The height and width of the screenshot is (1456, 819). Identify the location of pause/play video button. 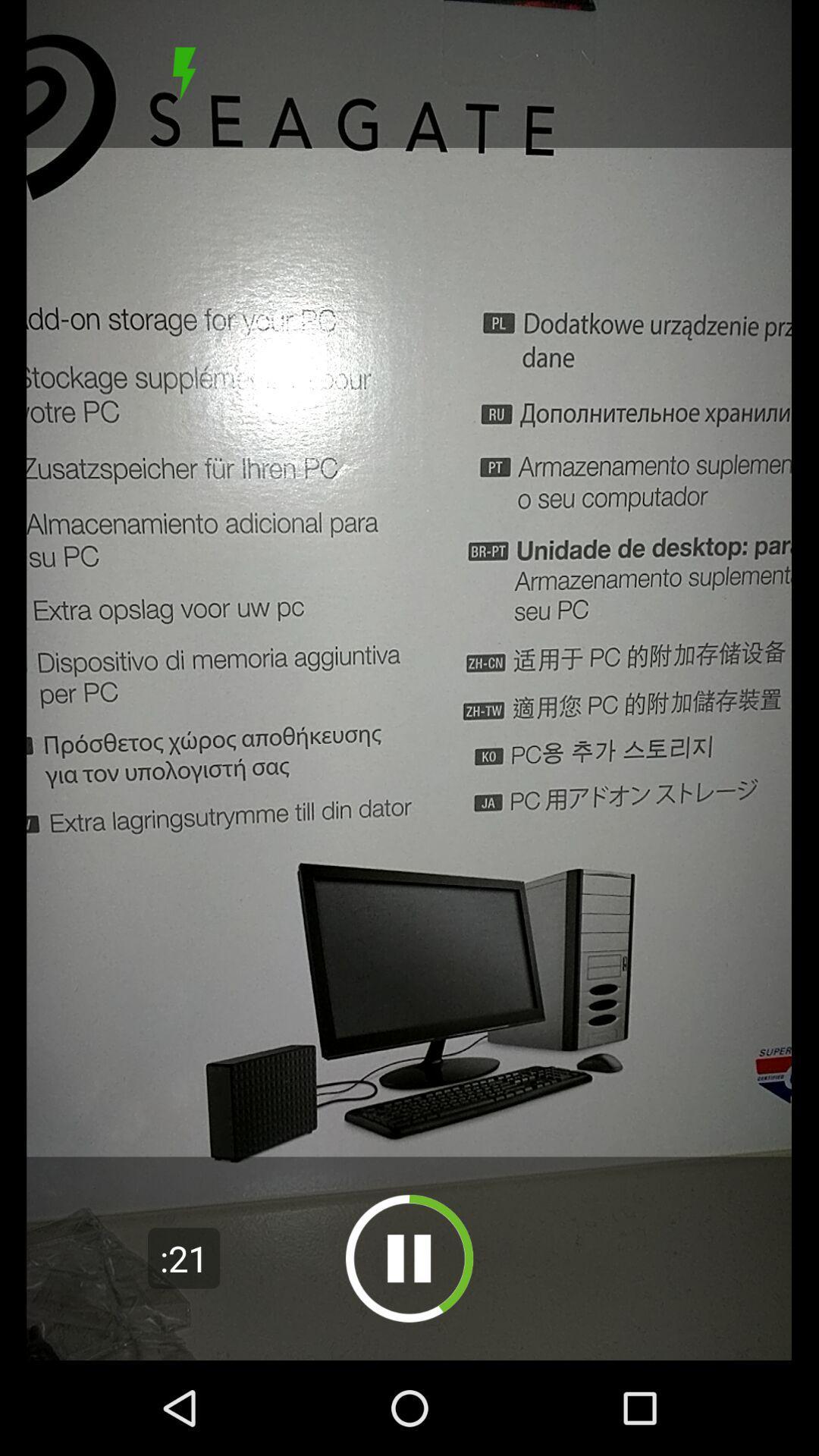
(409, 1258).